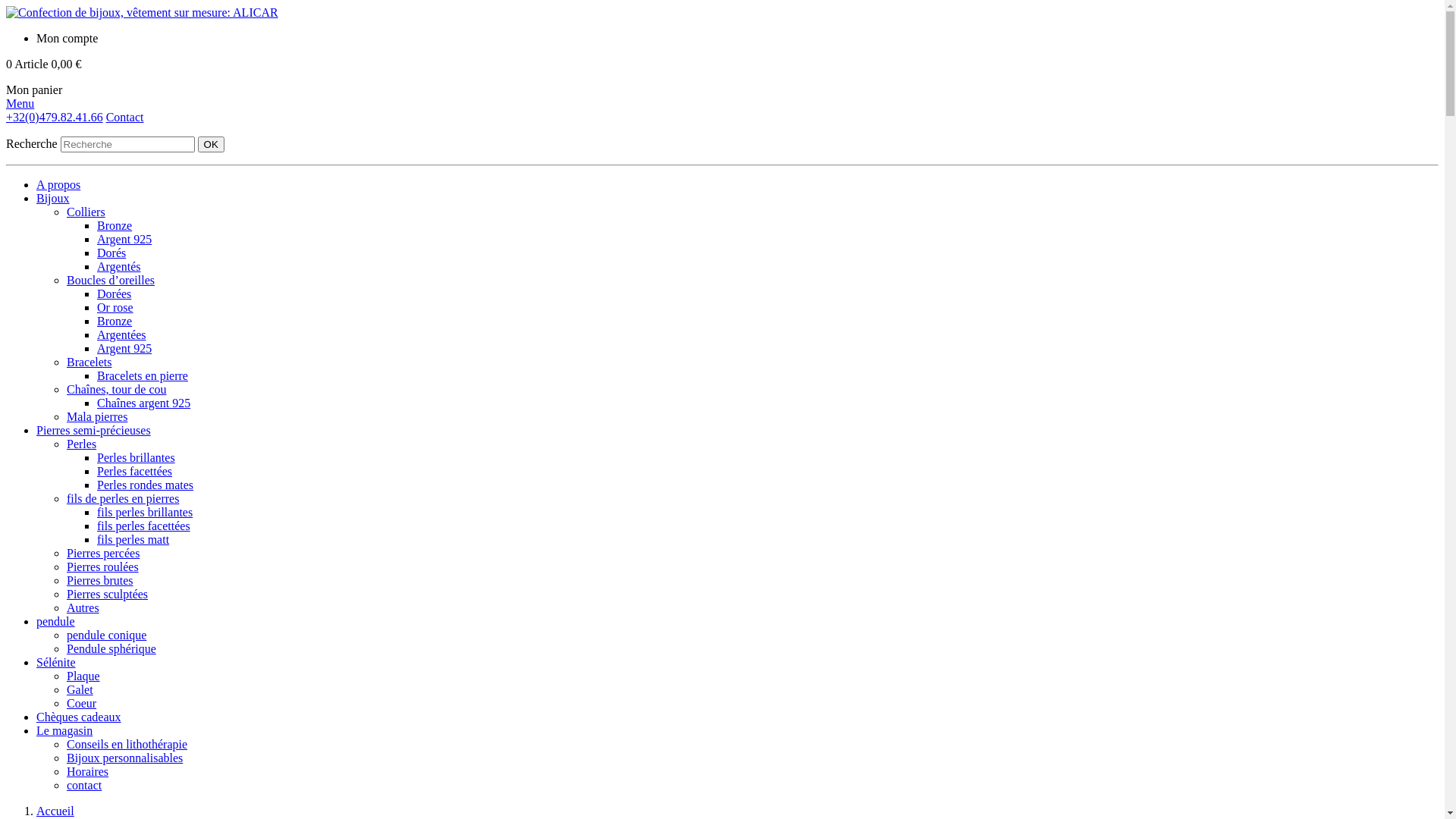 The image size is (1456, 819). I want to click on 'Bijoux', so click(53, 197).